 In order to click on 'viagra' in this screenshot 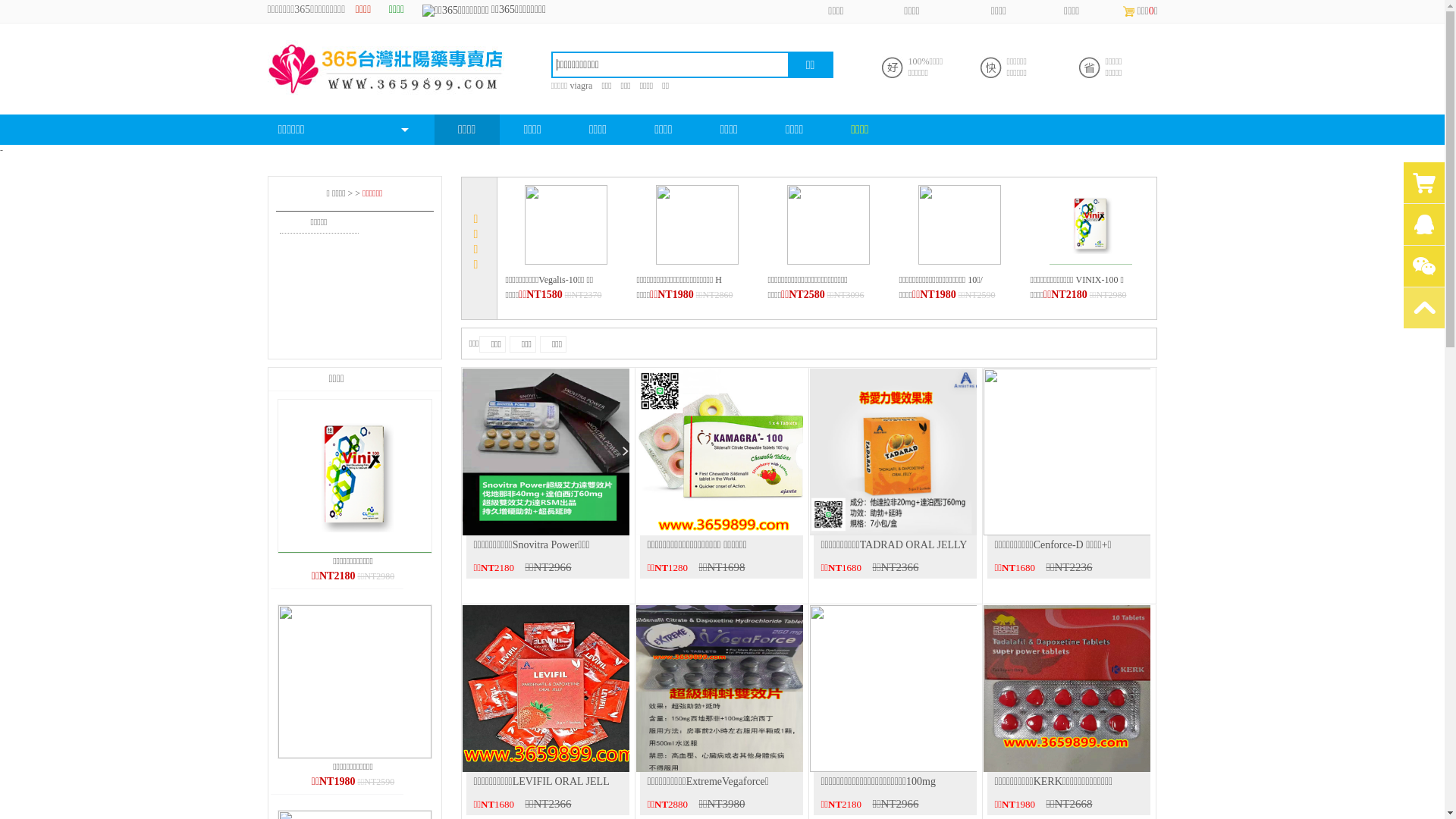, I will do `click(568, 85)`.